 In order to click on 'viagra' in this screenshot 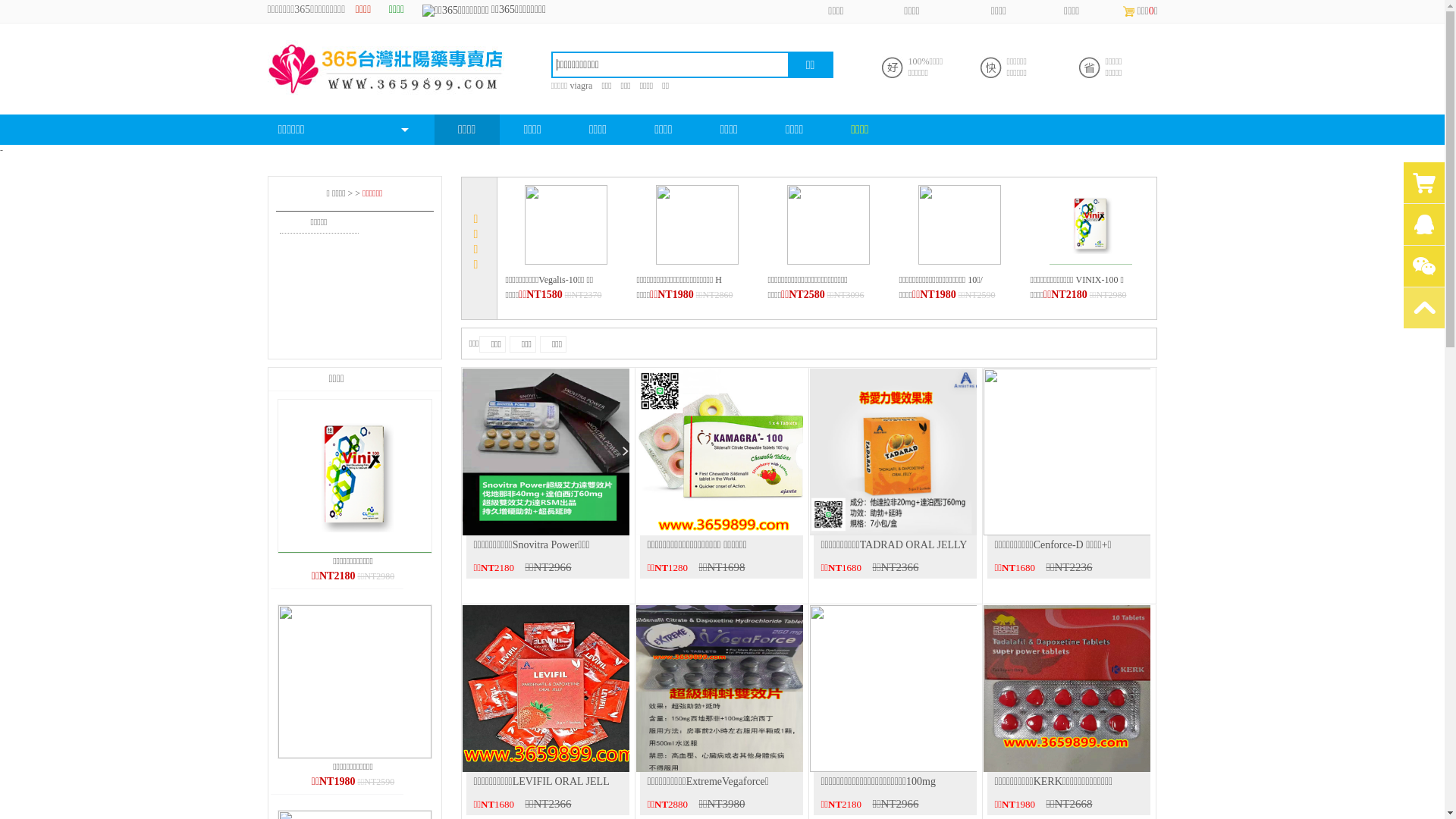, I will do `click(568, 85)`.